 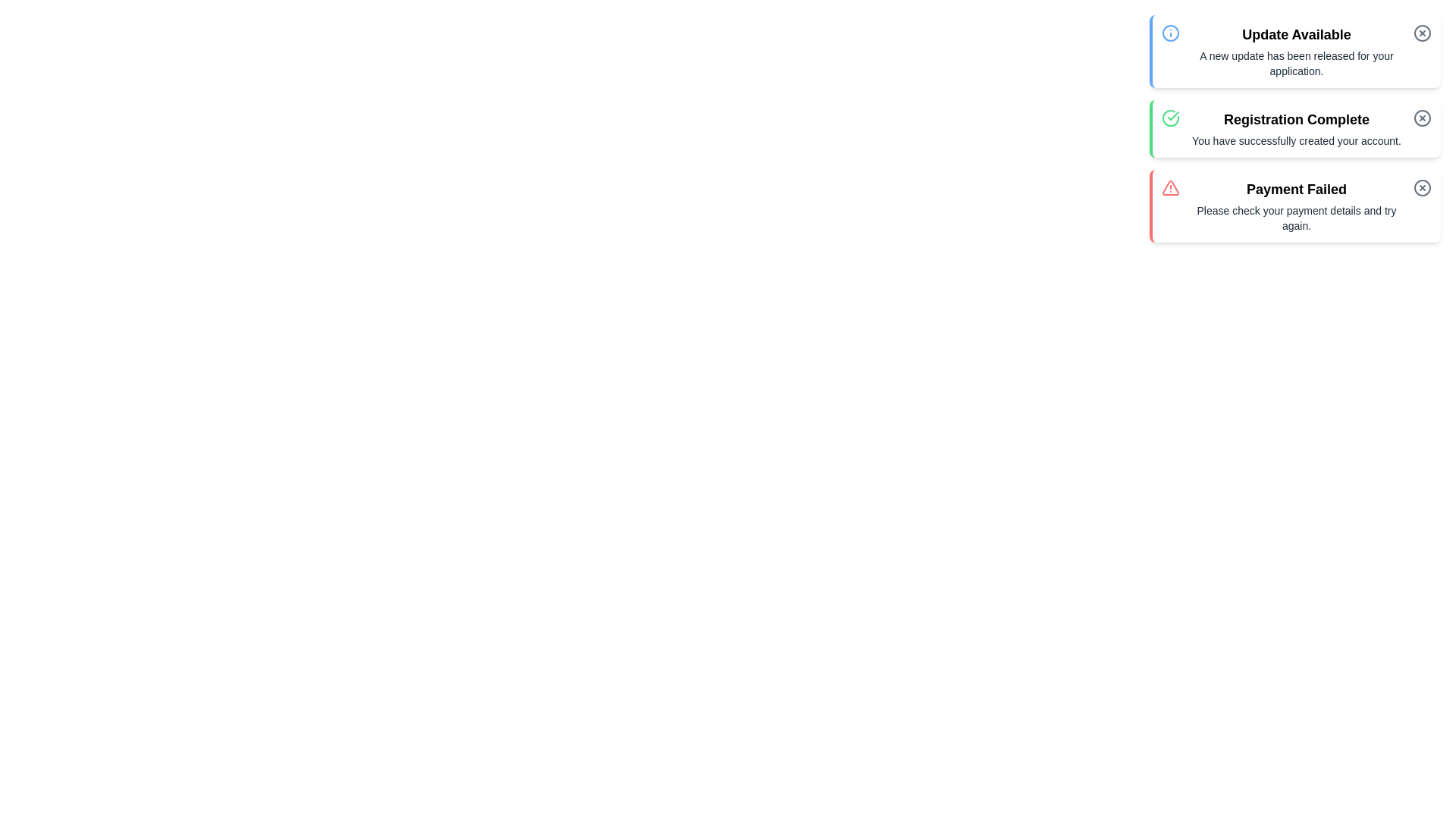 What do you see at coordinates (1294, 206) in the screenshot?
I see `the Notification card that informs the user about a failed payment process, located at the bottom of the notification stack, to read the message` at bounding box center [1294, 206].